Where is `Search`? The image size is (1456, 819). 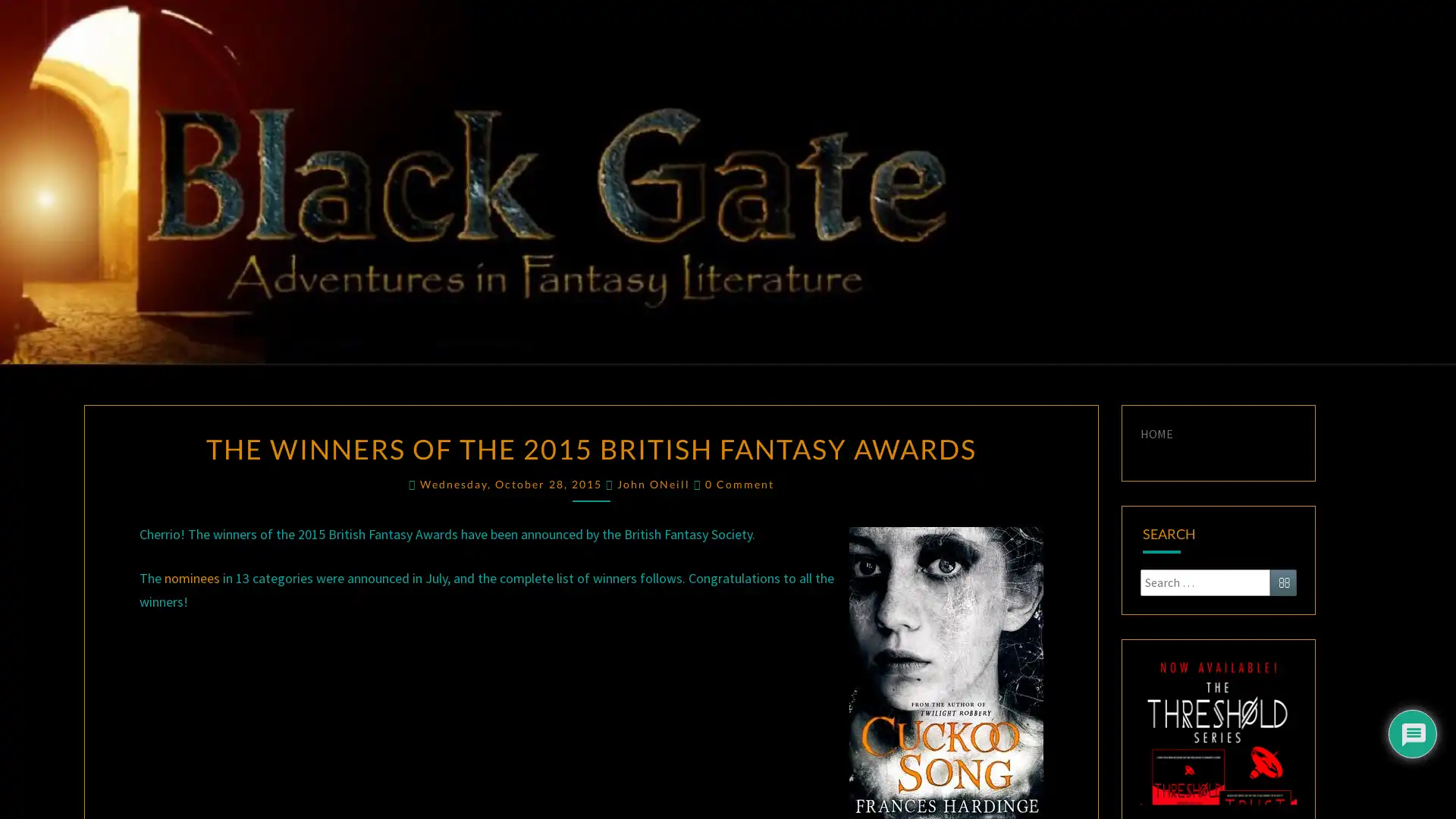
Search is located at coordinates (1282, 581).